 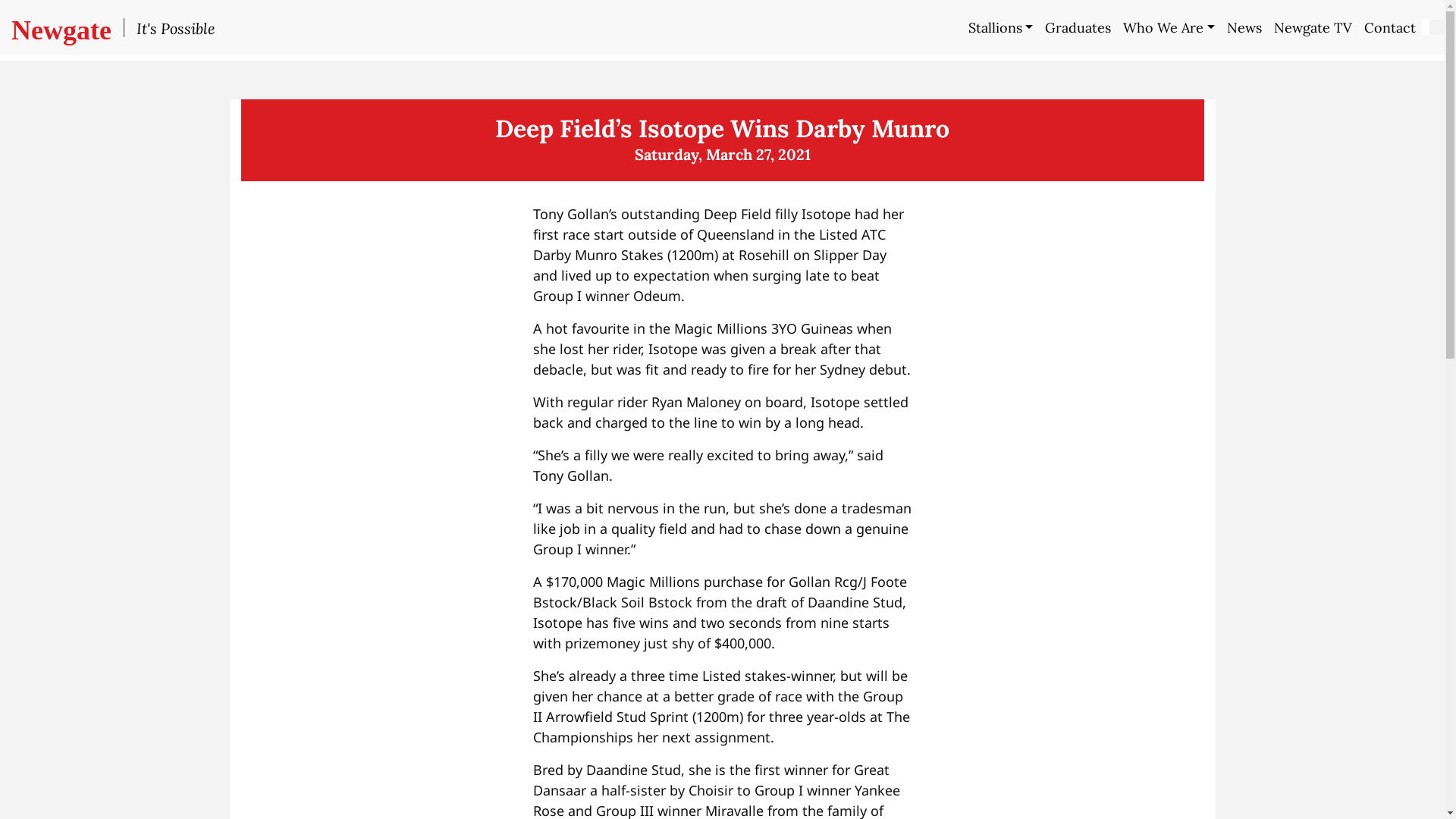 What do you see at coordinates (1168, 27) in the screenshot?
I see `'Who We Are'` at bounding box center [1168, 27].